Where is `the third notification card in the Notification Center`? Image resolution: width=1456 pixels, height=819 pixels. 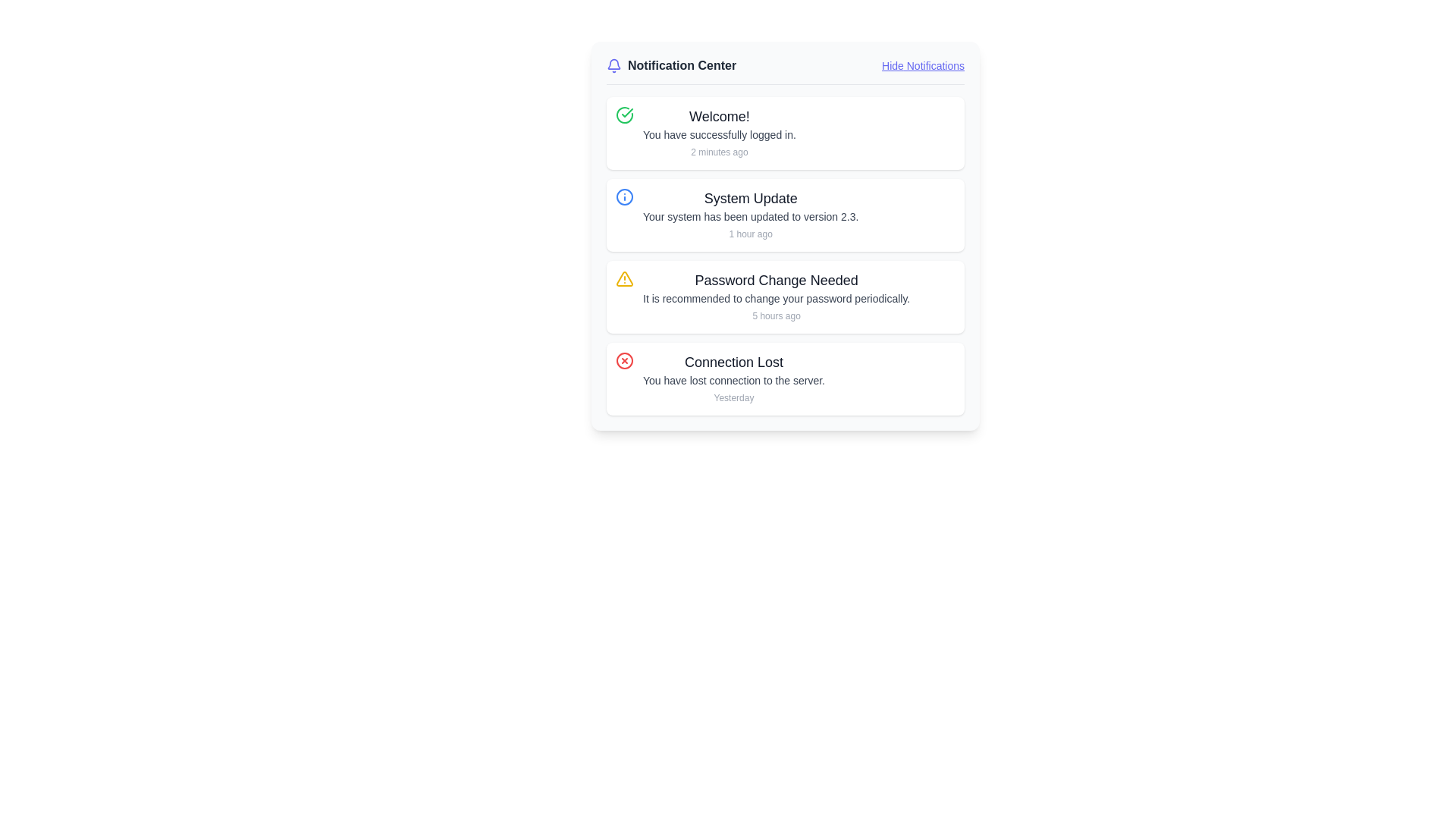
the third notification card in the Notification Center is located at coordinates (786, 256).